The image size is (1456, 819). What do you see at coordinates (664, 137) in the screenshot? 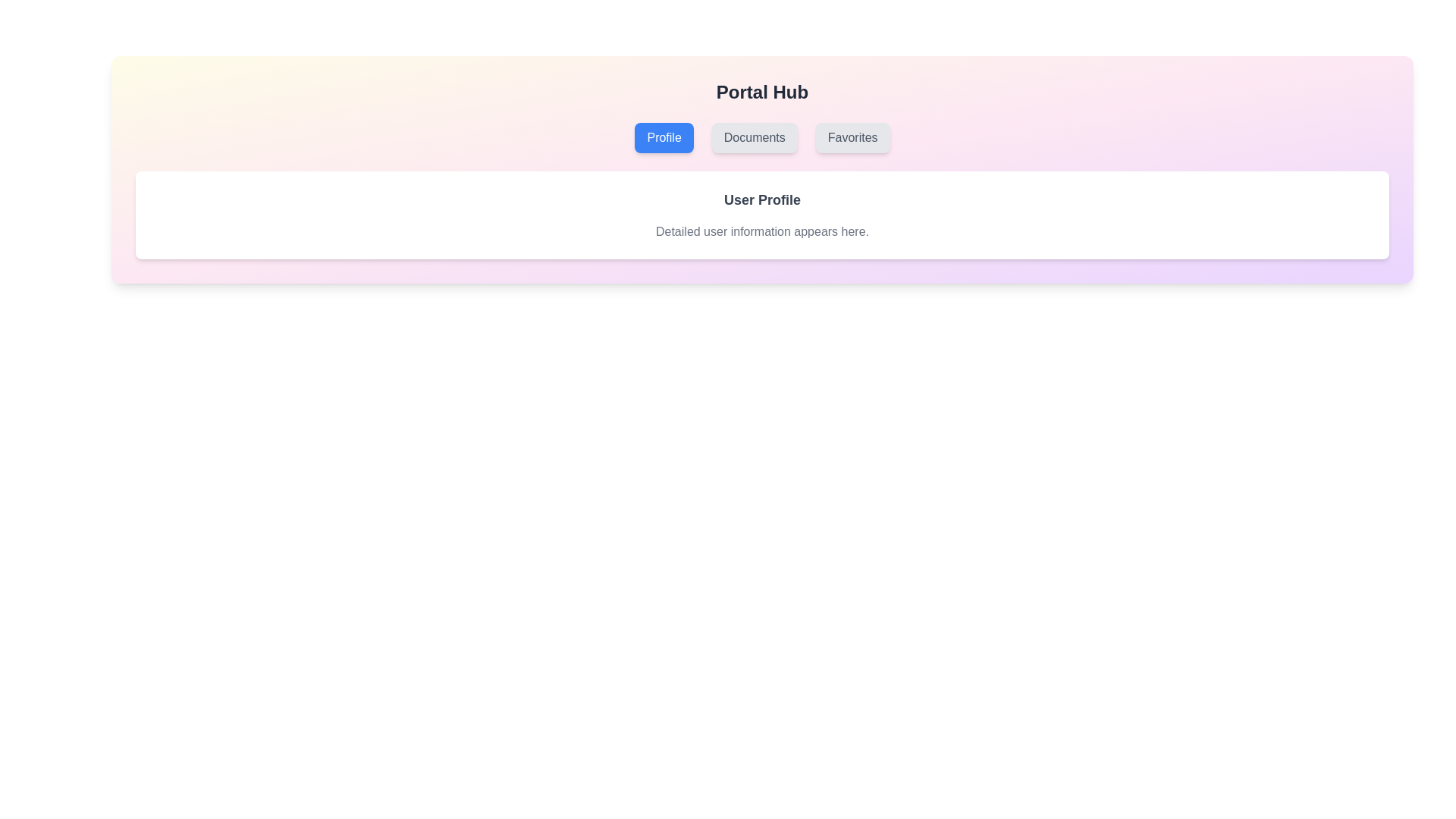
I see `the 'Profile' button, which is a rectangular button with rounded corners, blue background, and white text, positioned to the left of the 'Documents' and 'Favorites' buttons under the 'Portal Hub' heading` at bounding box center [664, 137].